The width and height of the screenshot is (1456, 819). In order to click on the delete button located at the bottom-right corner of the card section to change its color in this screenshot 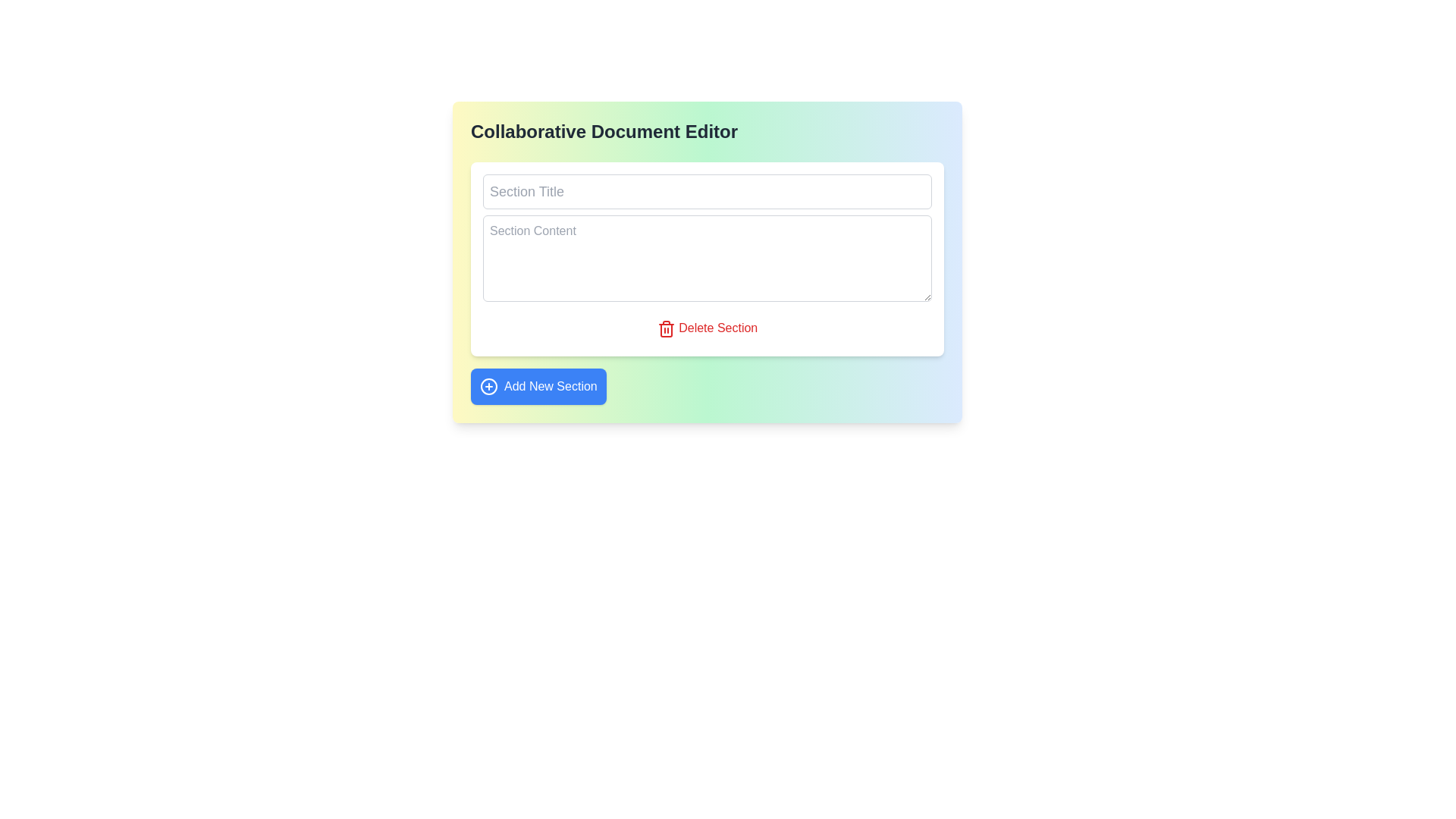, I will do `click(706, 328)`.